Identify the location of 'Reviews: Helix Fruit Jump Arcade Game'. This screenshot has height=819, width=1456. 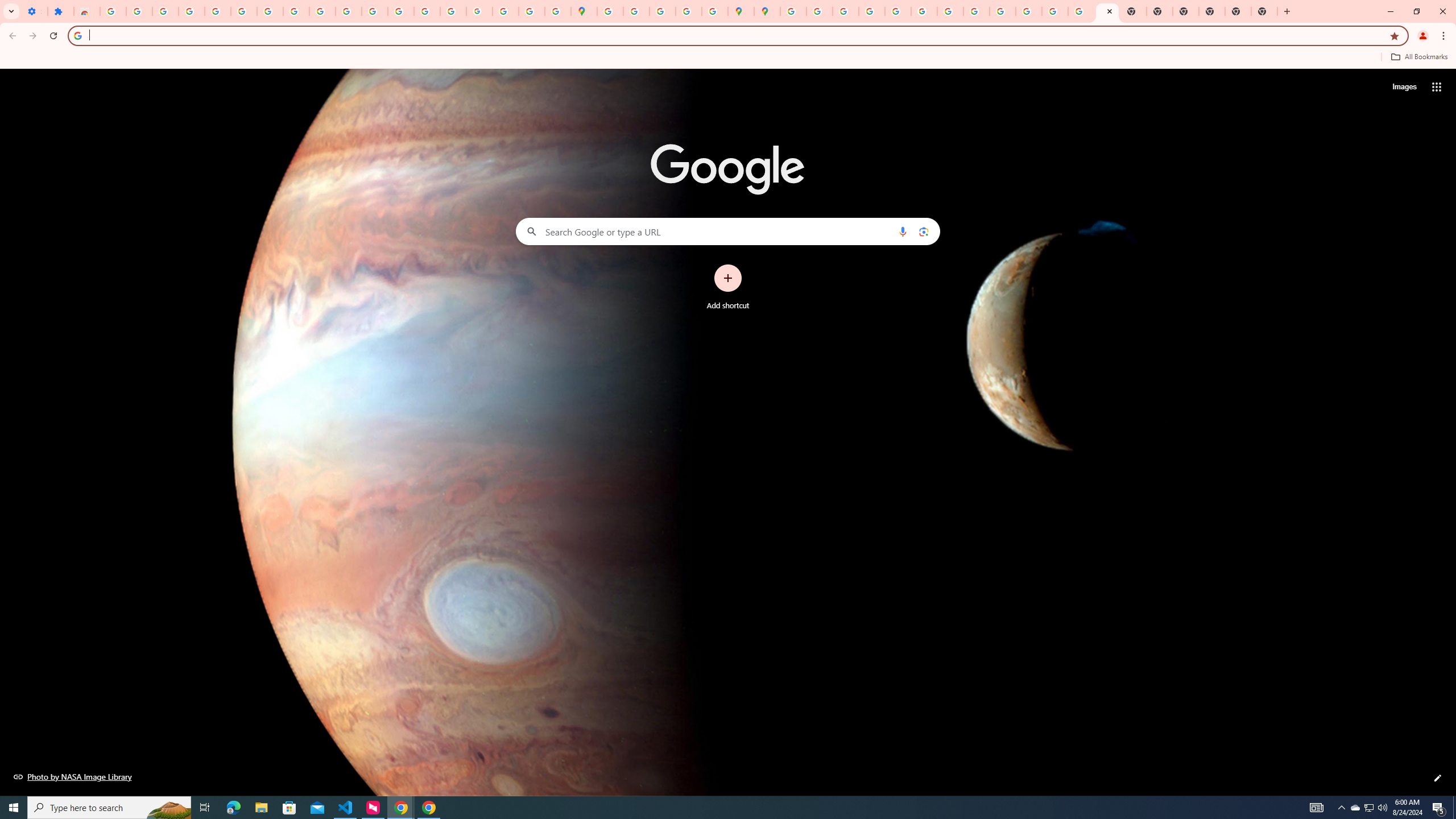
(86, 11).